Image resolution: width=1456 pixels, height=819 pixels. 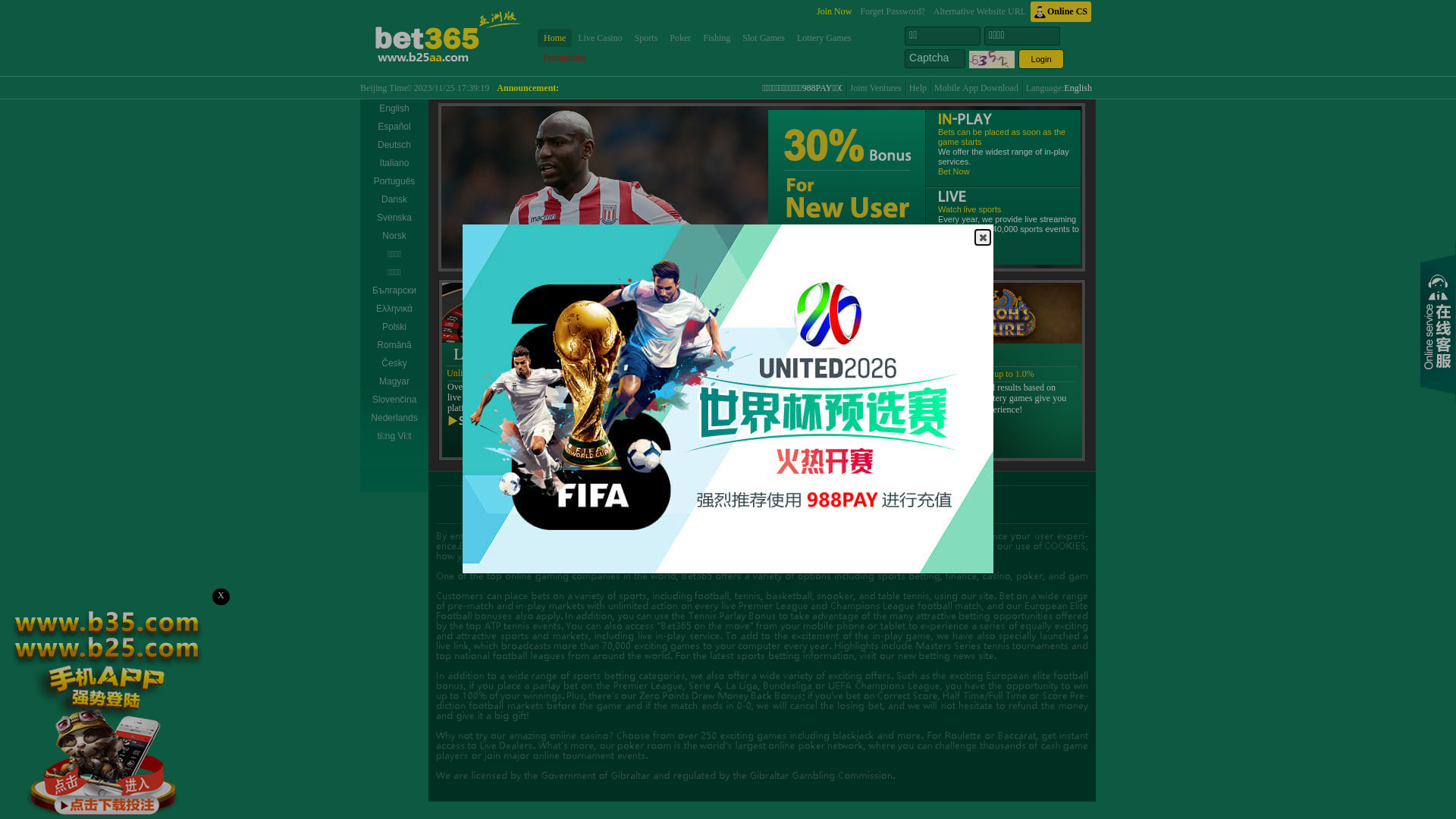 I want to click on 'Login', so click(x=1018, y=58).